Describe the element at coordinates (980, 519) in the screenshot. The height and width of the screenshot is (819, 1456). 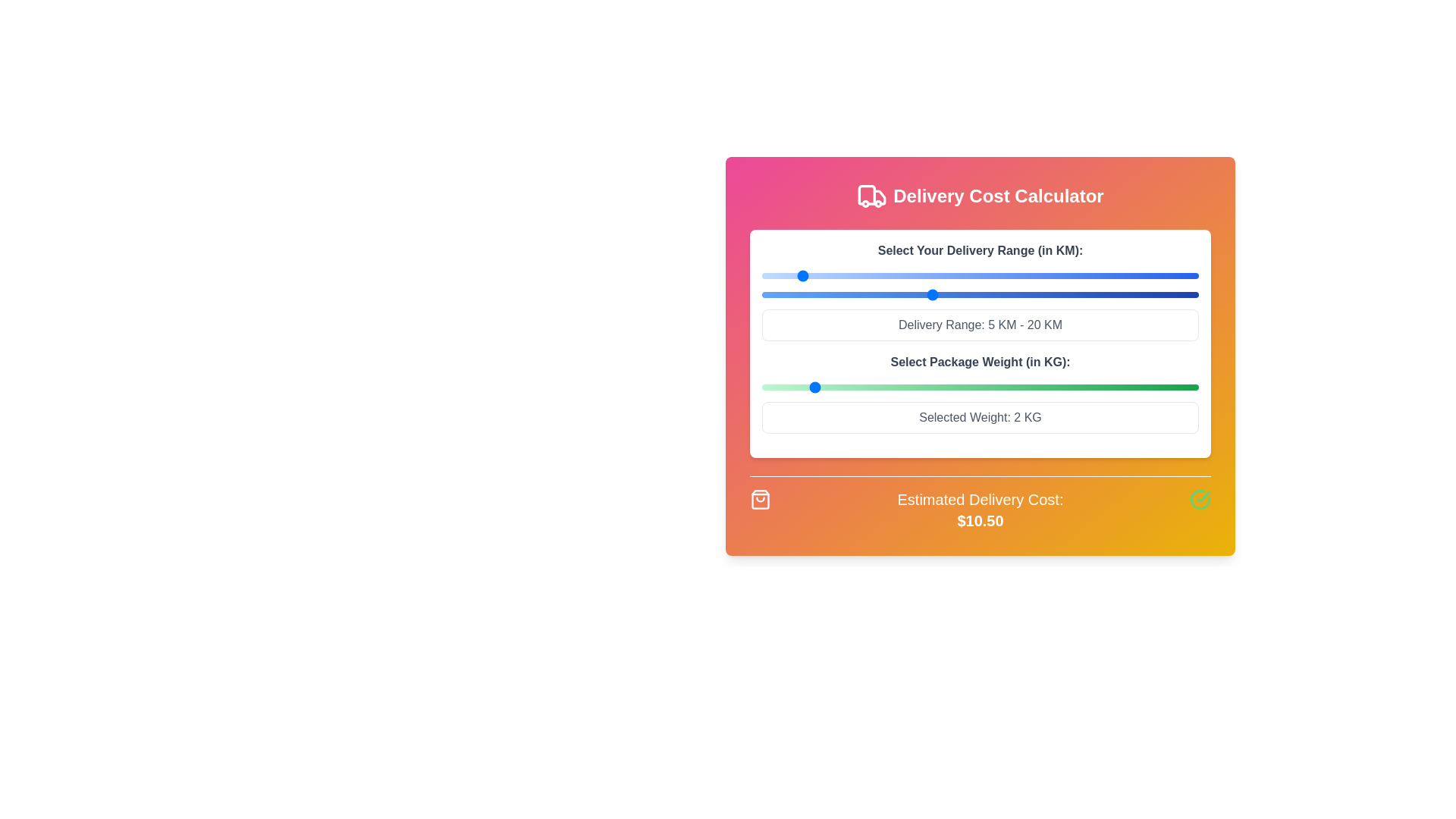
I see `the Text Label that displays the calculated delivery cost, located at the lower central region of the interface, directly below the 'Estimated Delivery Cost:' label` at that location.